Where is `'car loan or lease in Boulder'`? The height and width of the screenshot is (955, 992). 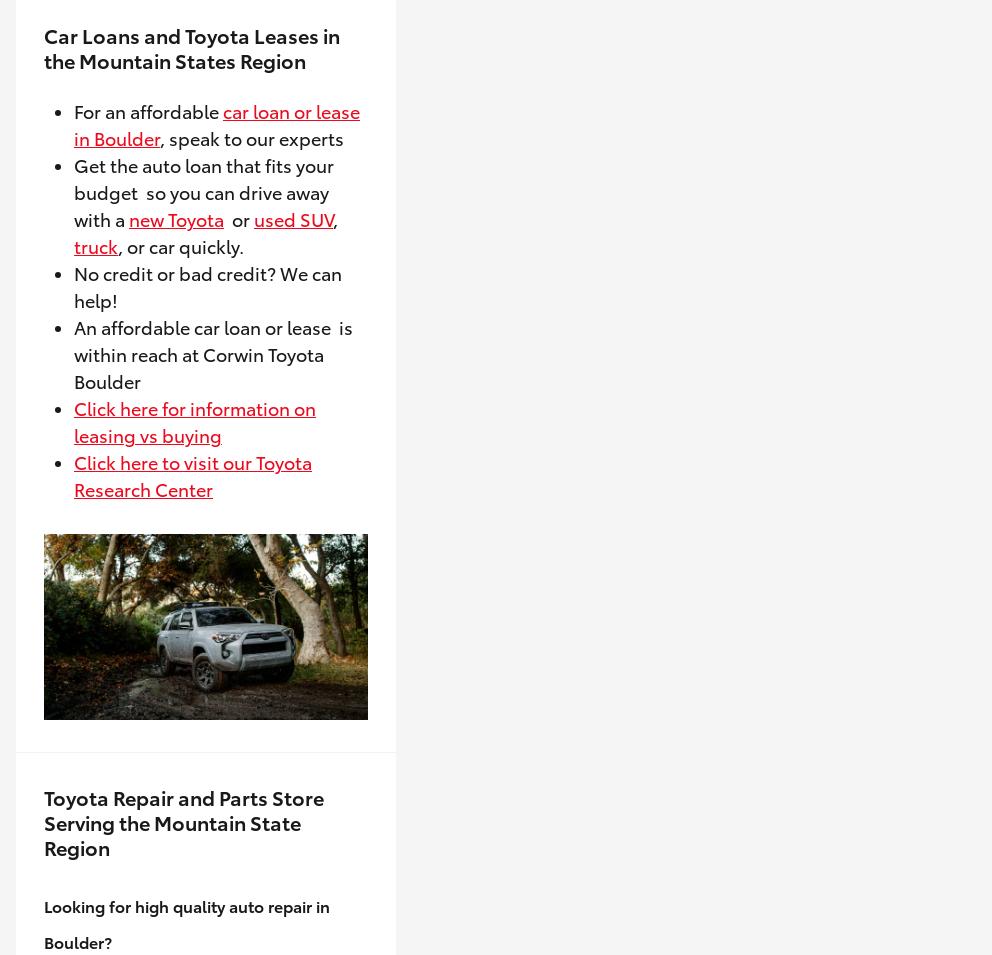 'car loan or lease in Boulder' is located at coordinates (217, 122).